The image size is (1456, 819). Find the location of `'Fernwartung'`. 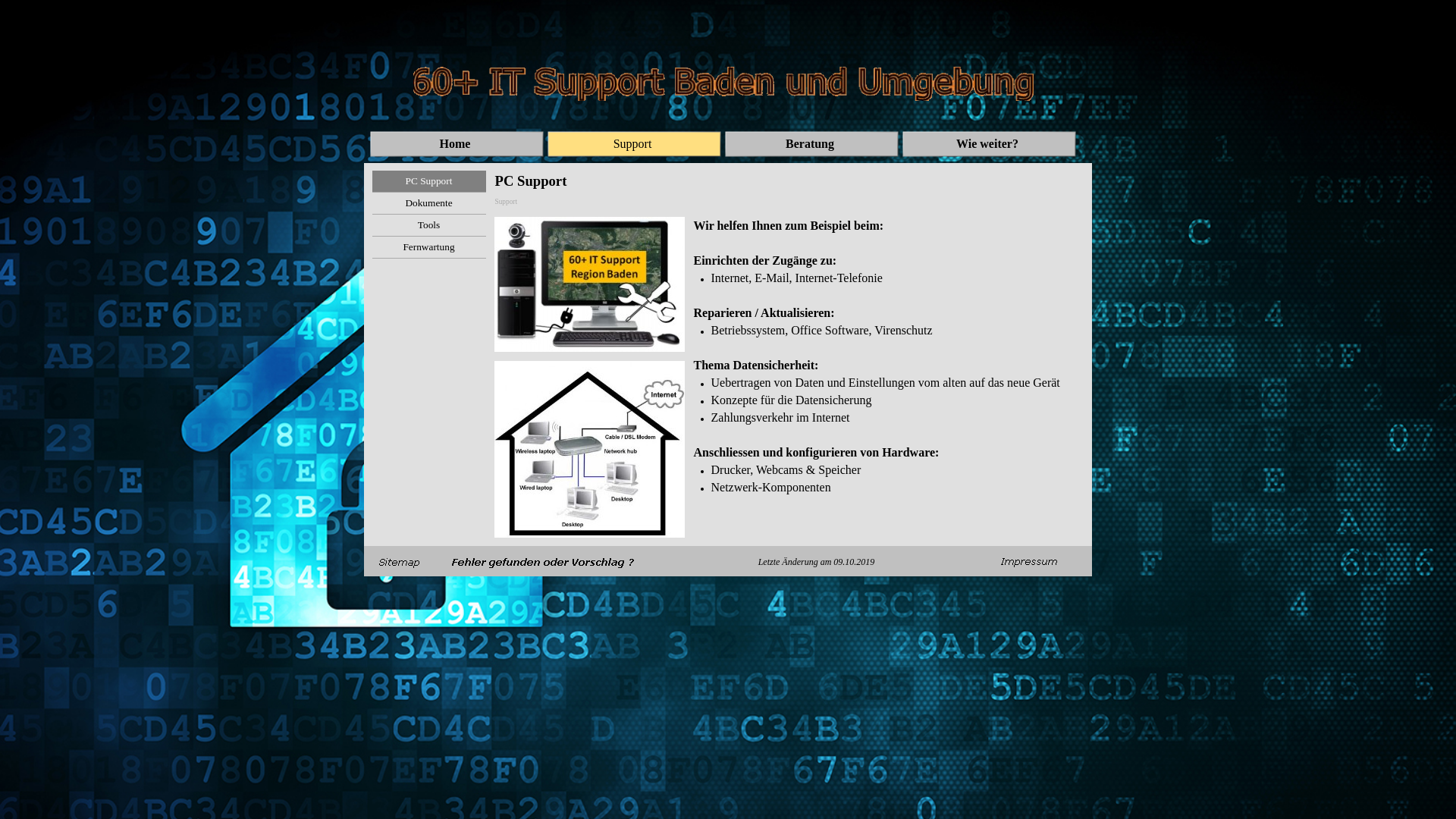

'Fernwartung' is located at coordinates (428, 246).